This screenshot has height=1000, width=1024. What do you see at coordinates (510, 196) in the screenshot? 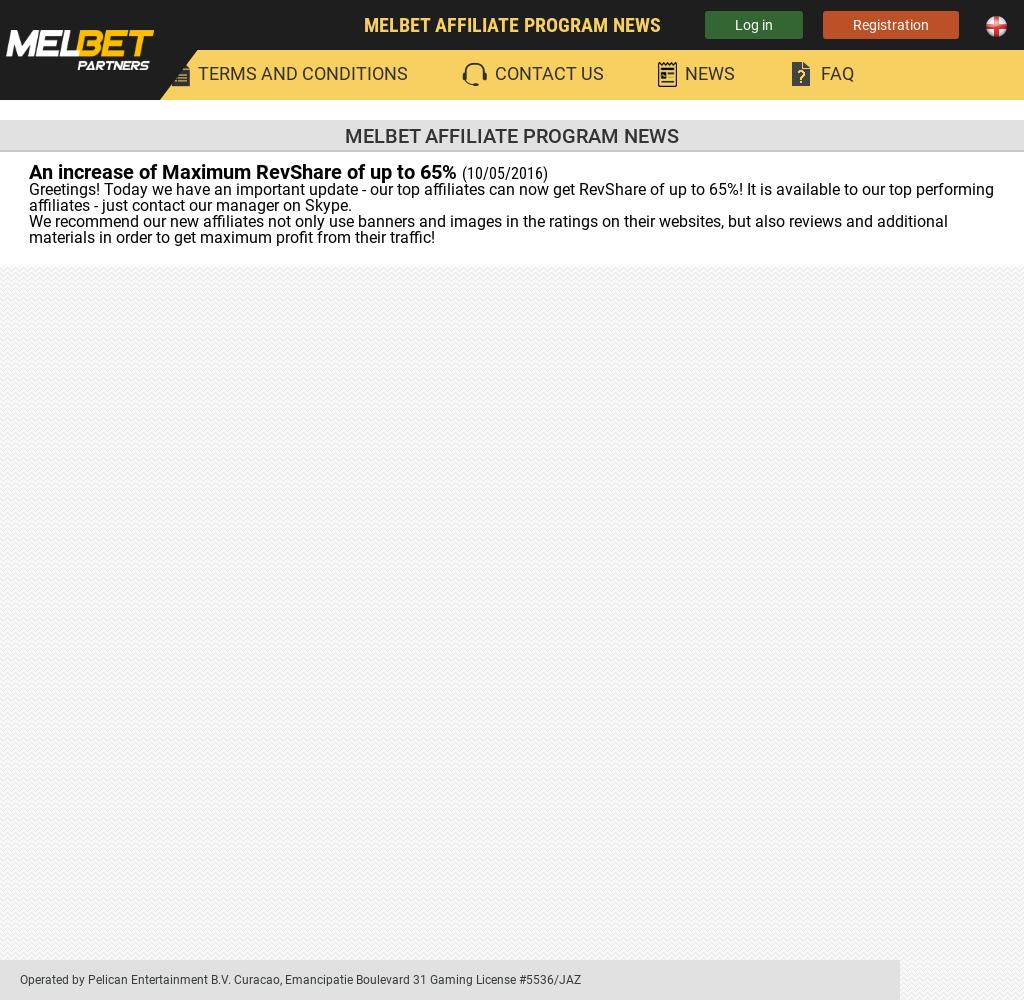
I see `'Greetings! Today we have an important update - our top affiliates can now get RevShare of up to 65%! It is available to our top performing affiliates - just contact our manager on Skype.'` at bounding box center [510, 196].